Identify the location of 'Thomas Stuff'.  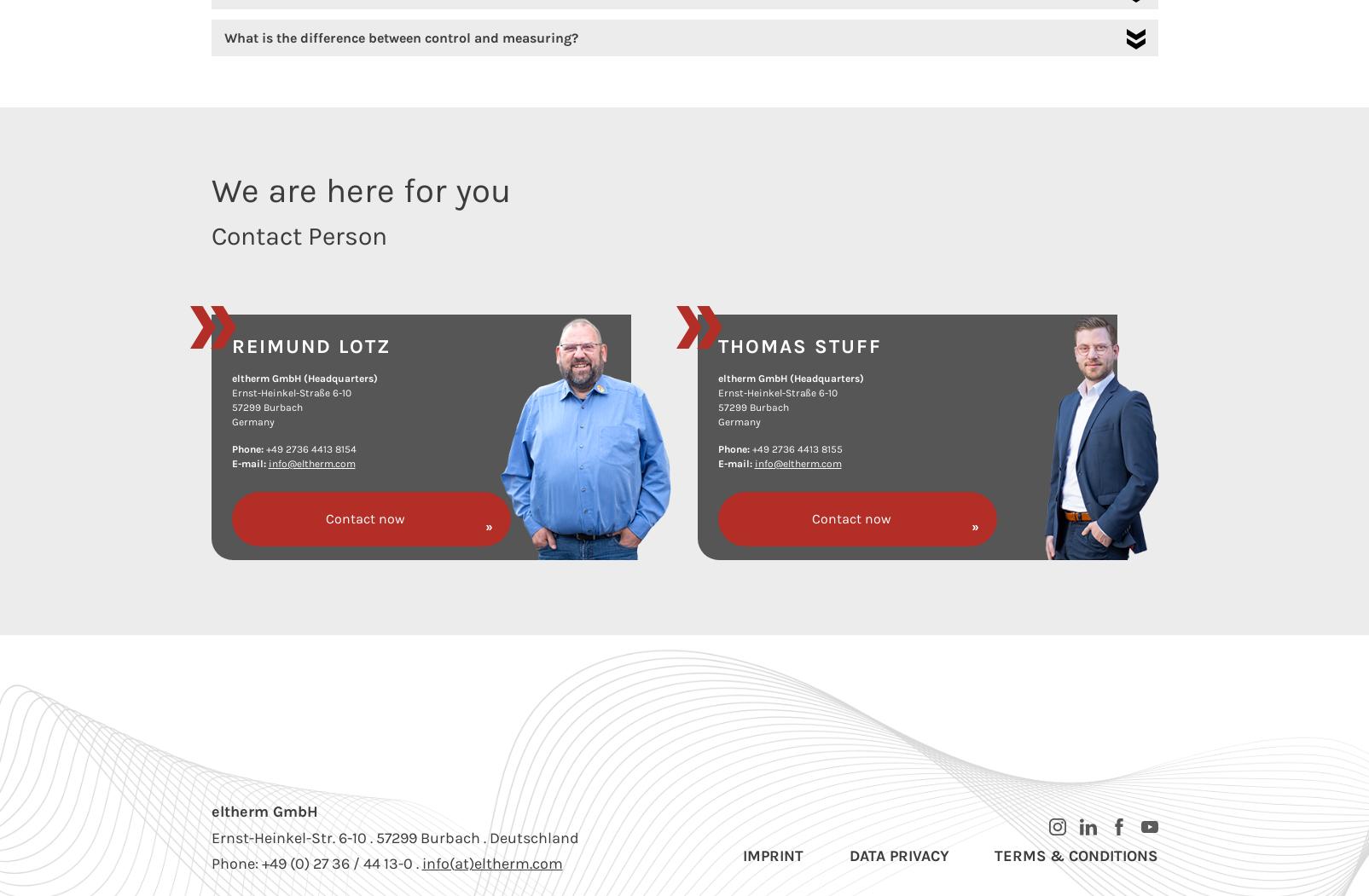
(717, 345).